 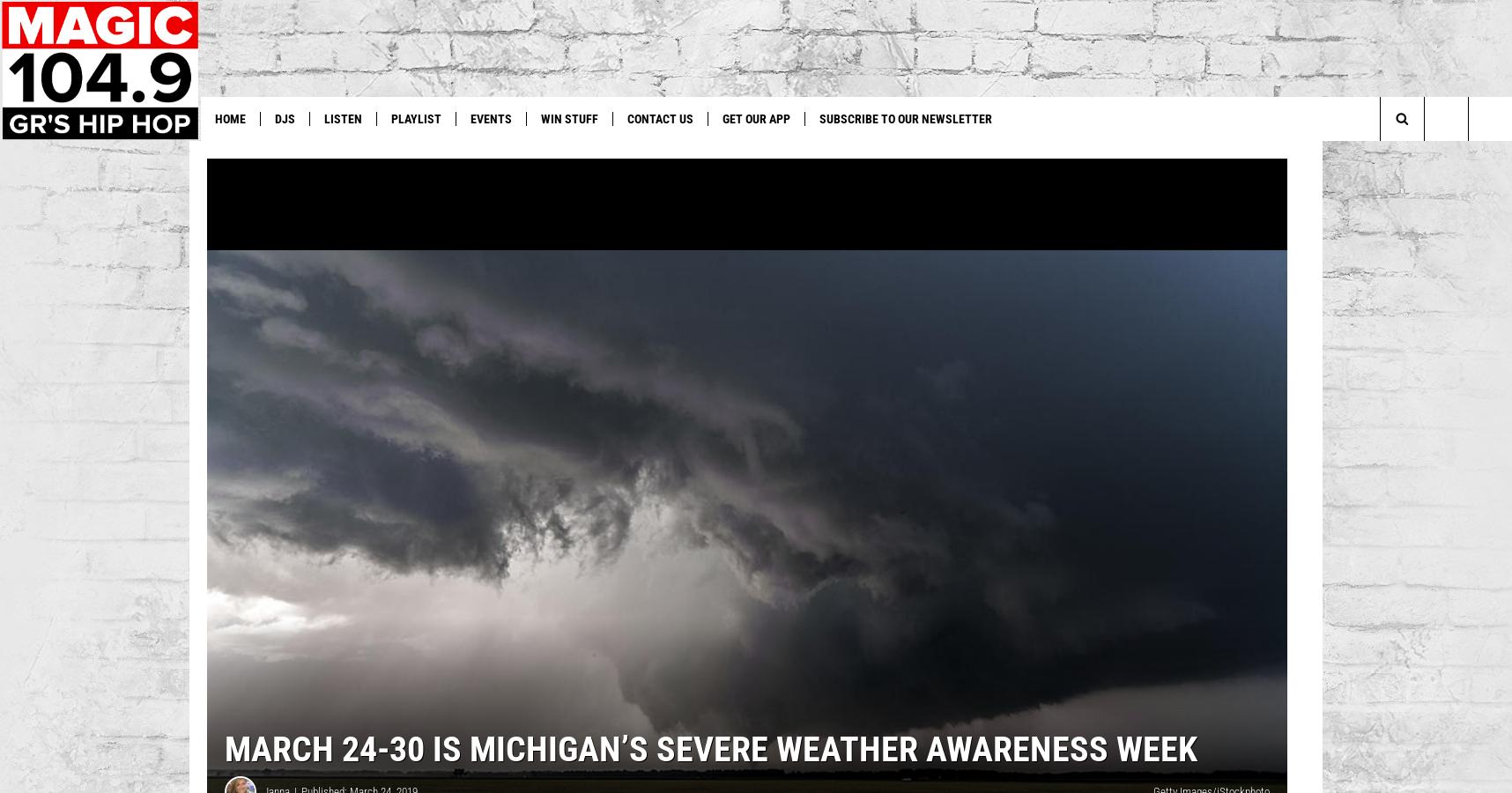 I want to click on 'DJs', so click(x=285, y=119).